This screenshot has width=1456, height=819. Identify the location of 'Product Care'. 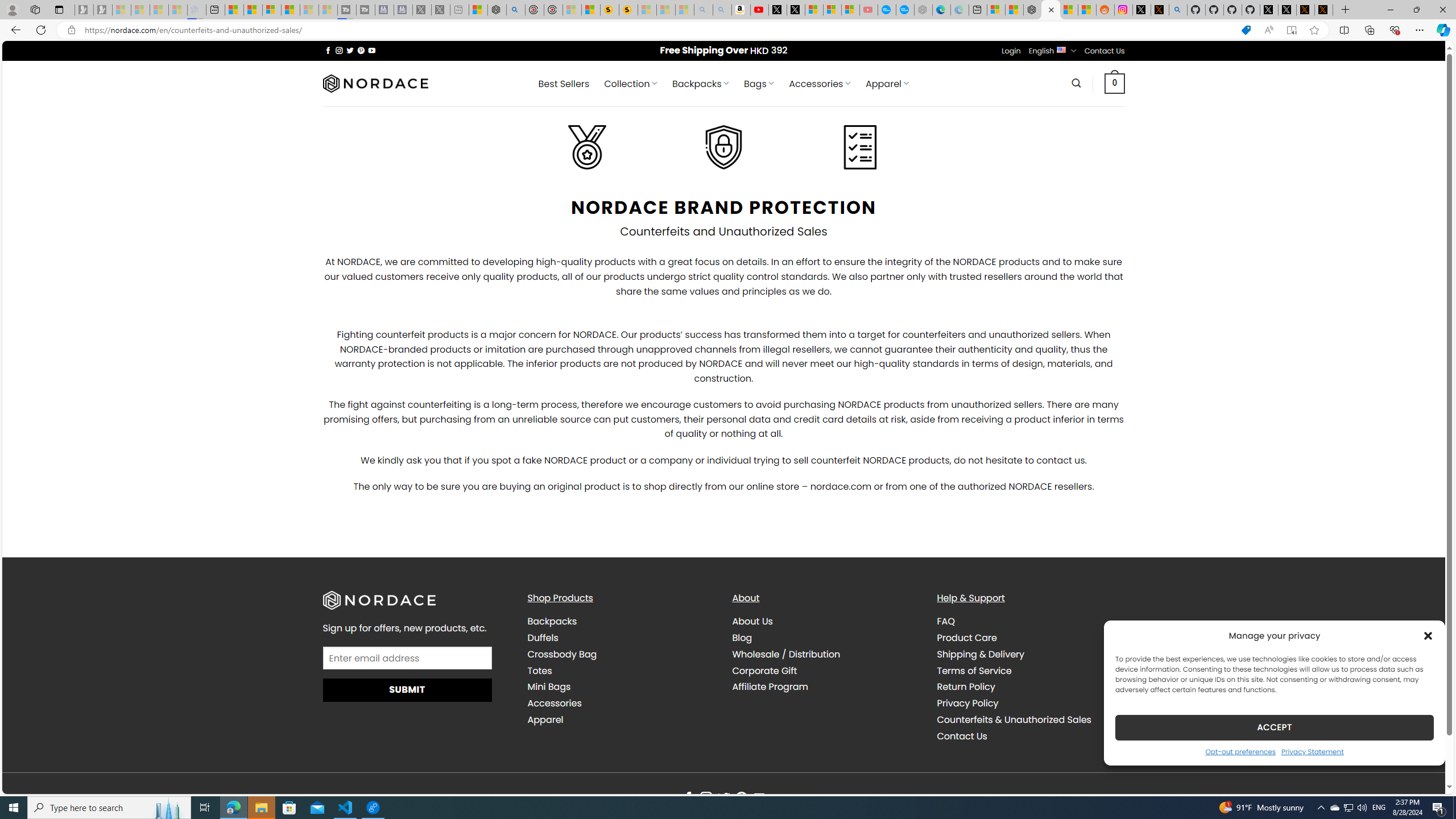
(1030, 638).